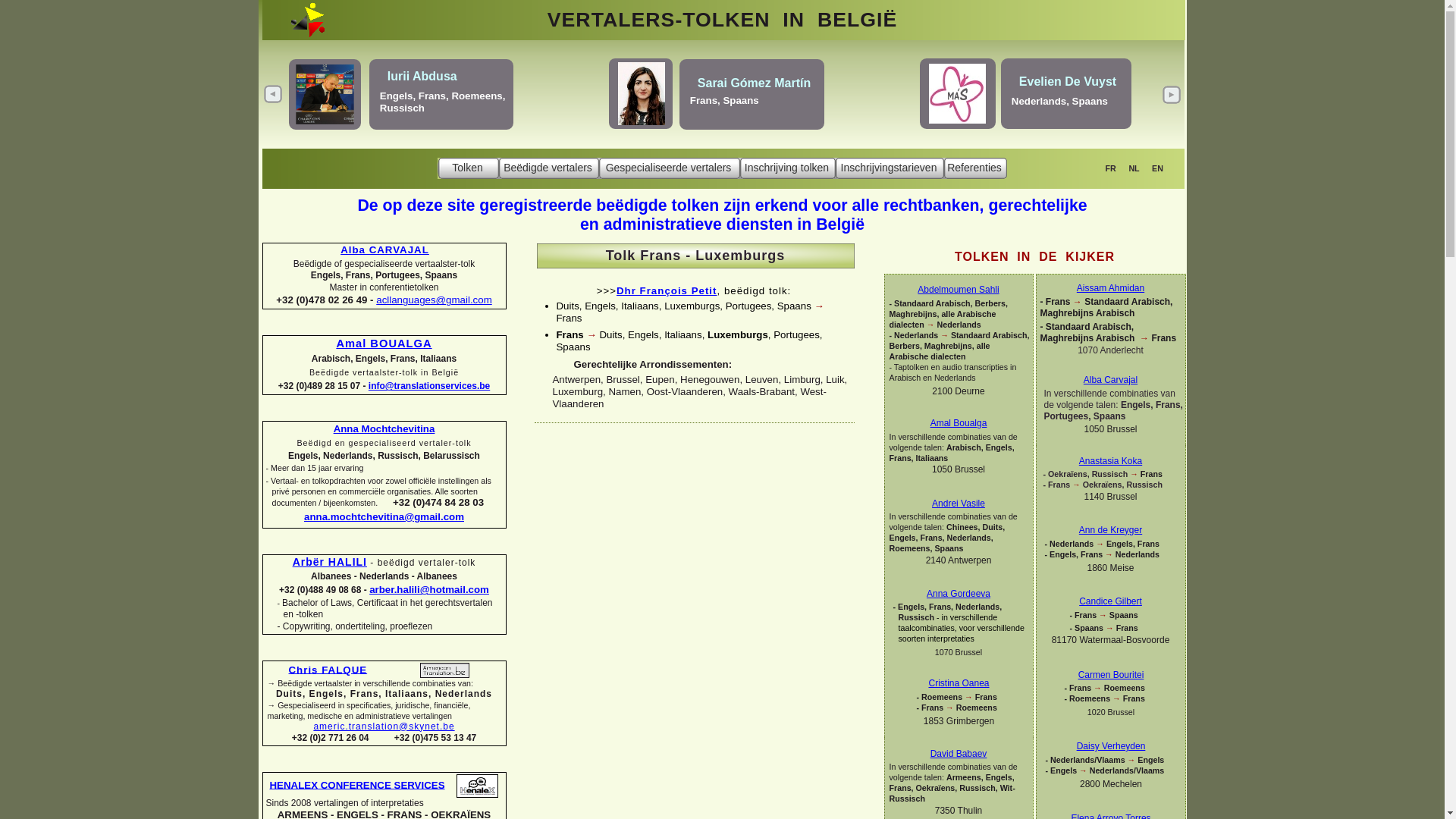  I want to click on 'David Babaev - Henalex Conference Services', so click(476, 785).